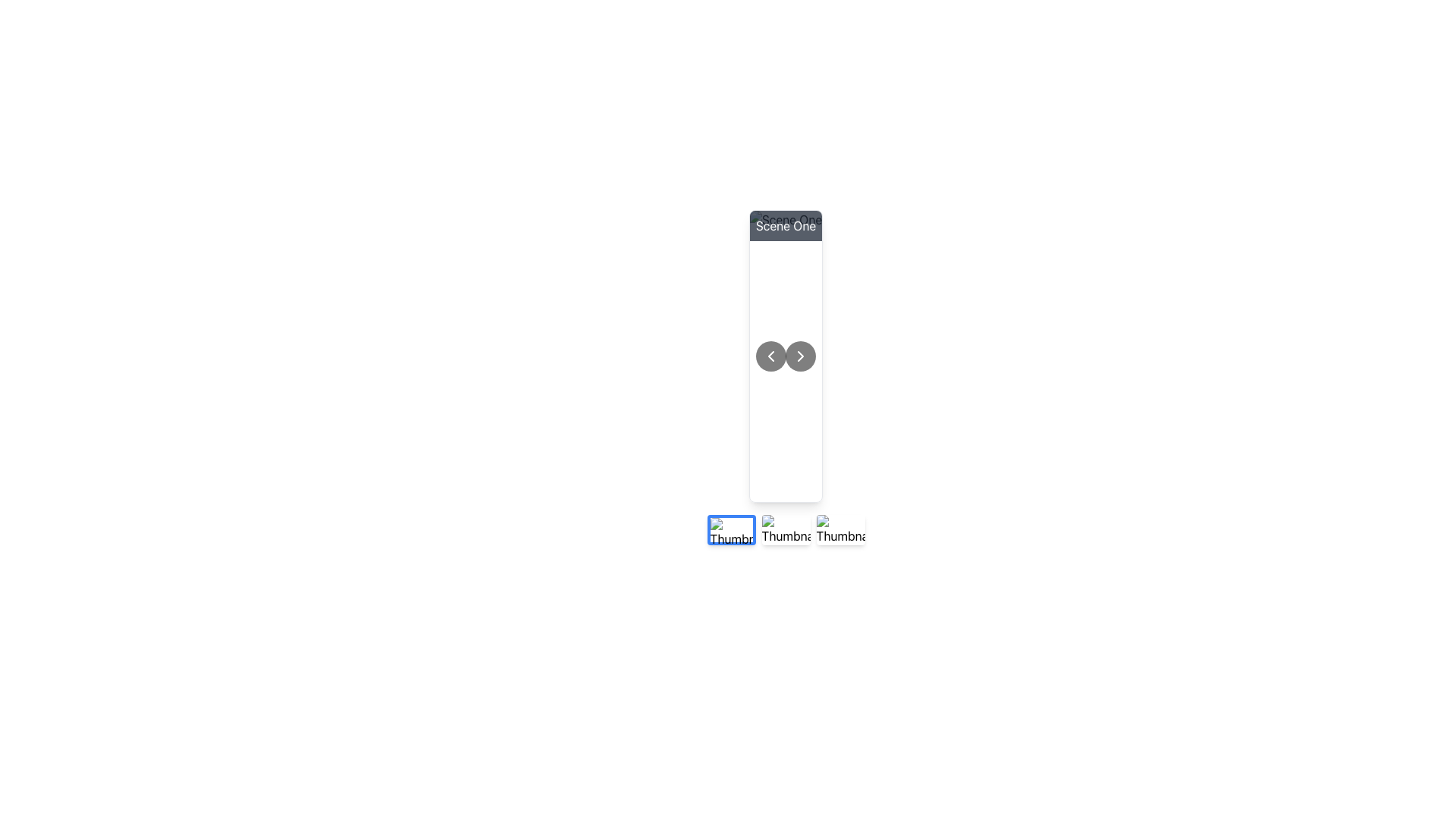  I want to click on the rightward-pointing chevron icon located in the center of the circular navigation button under the 'Scene One' header, so click(800, 356).